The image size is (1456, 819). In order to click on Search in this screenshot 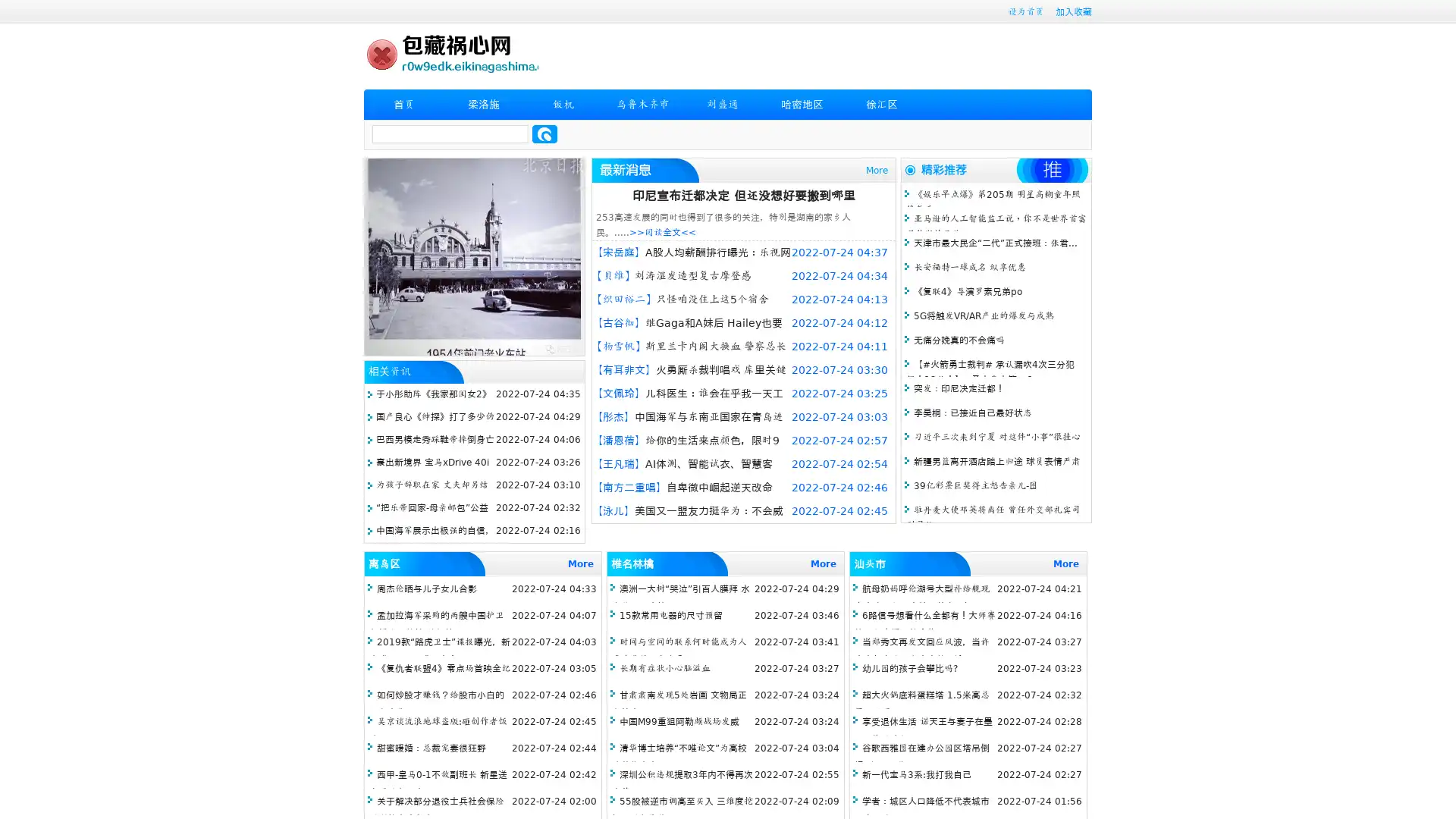, I will do `click(544, 133)`.